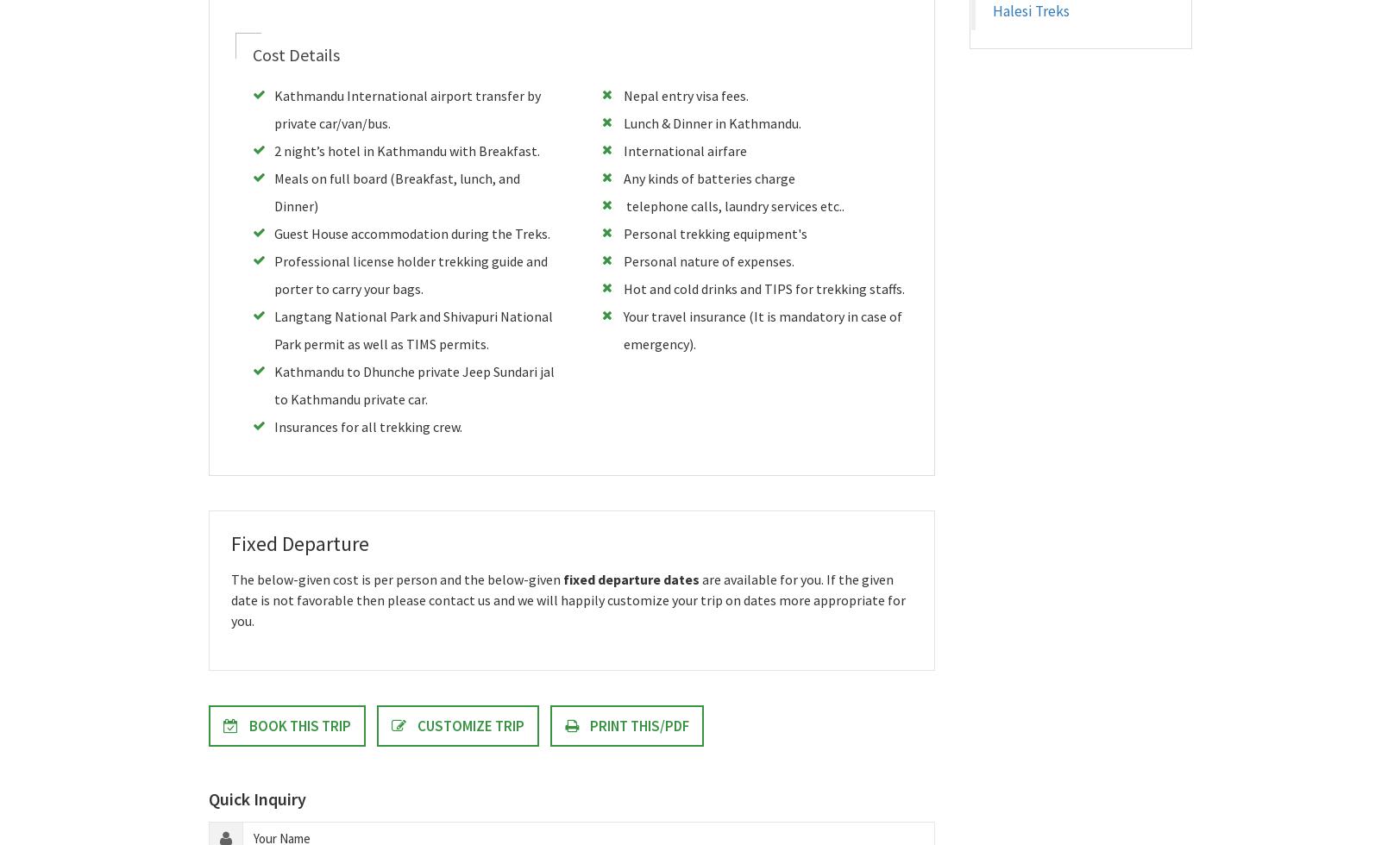 The width and height of the screenshot is (1400, 845). What do you see at coordinates (367, 426) in the screenshot?
I see `'Insurances for all trekking crew.'` at bounding box center [367, 426].